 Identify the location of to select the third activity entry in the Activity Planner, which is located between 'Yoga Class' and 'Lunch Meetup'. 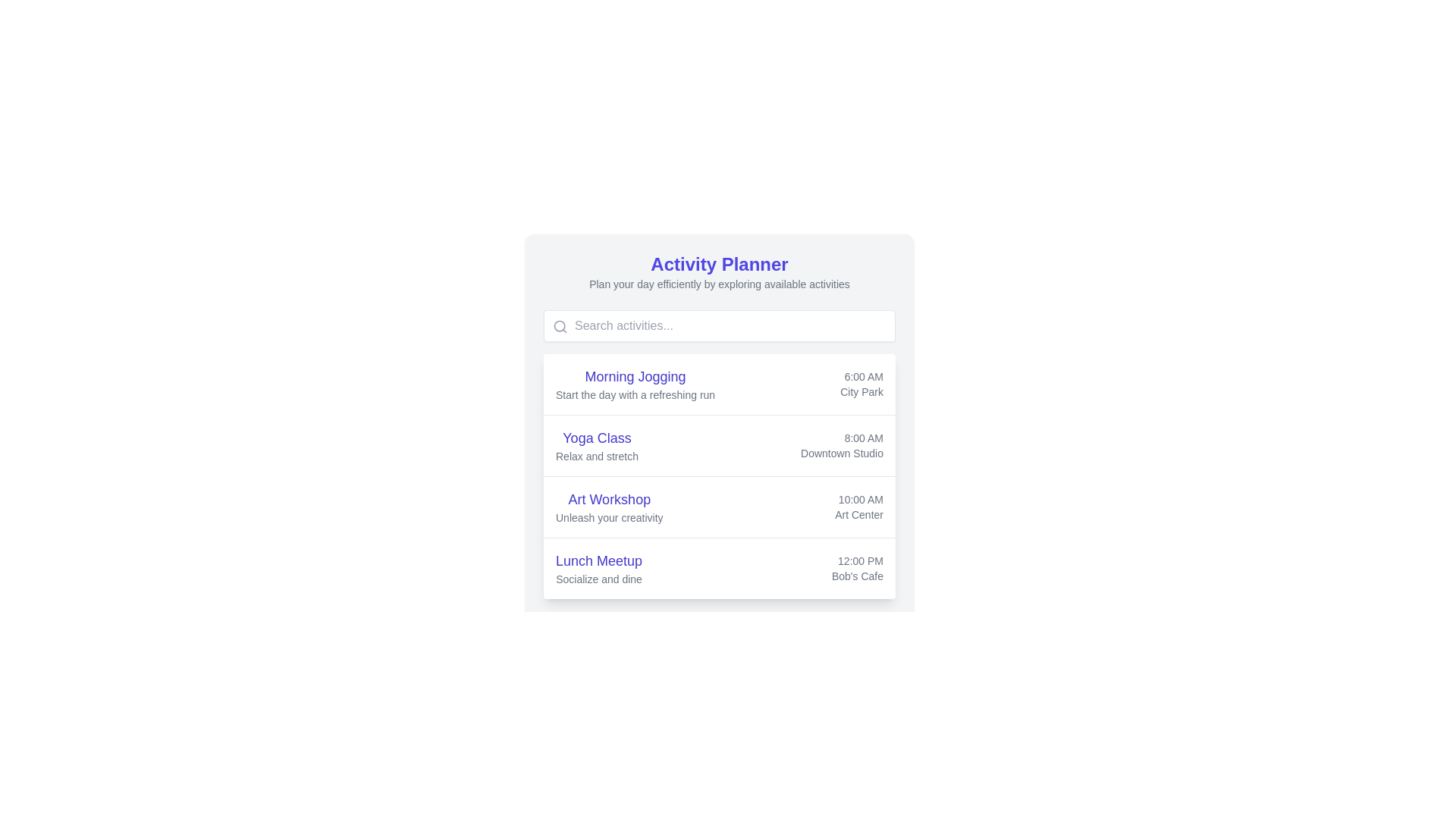
(719, 506).